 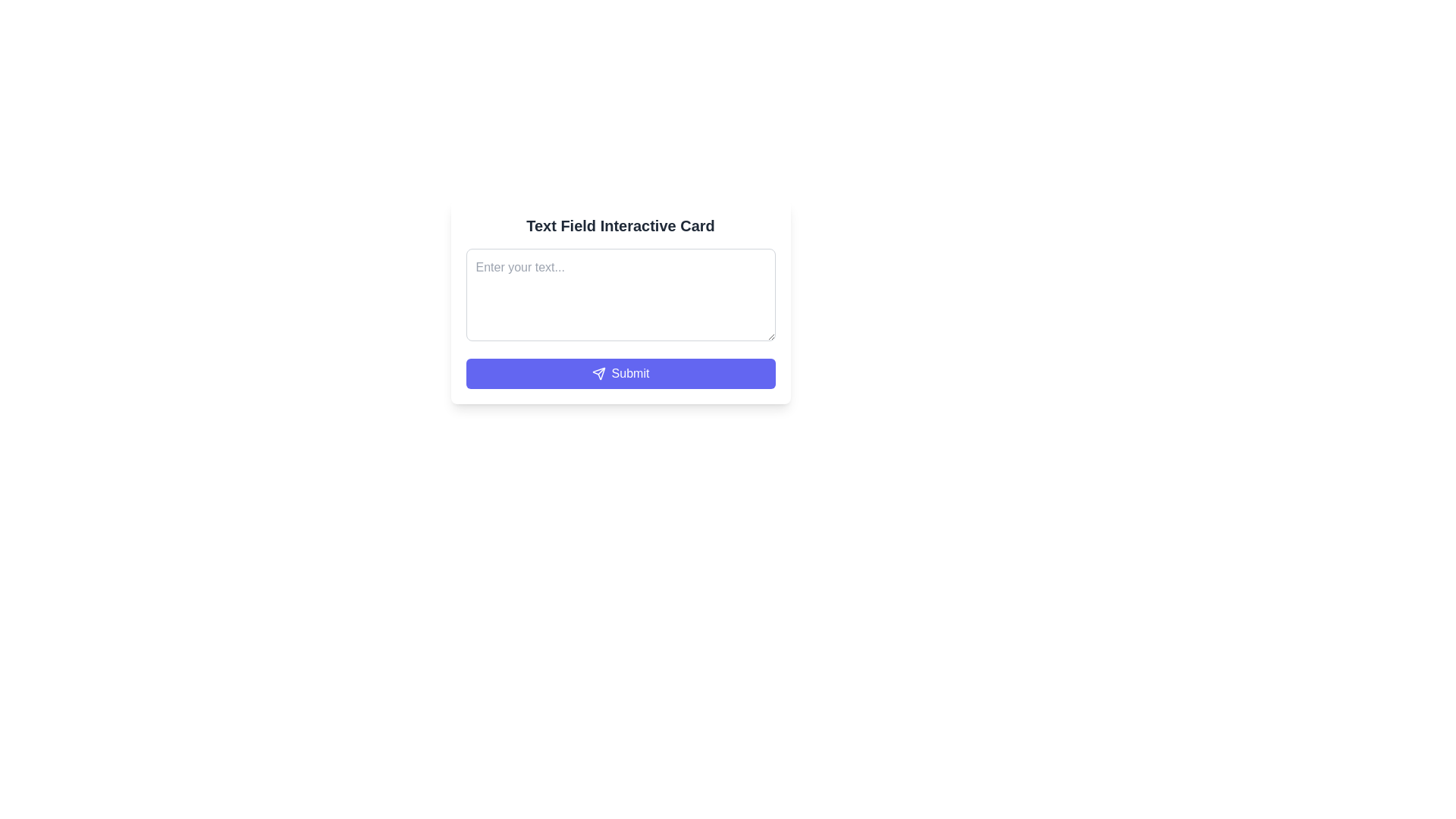 What do you see at coordinates (630, 374) in the screenshot?
I see `the 'Submit' button label, which is displayed in white text on a blue background, located at the bottom of the form, visually associated with an icon to the left` at bounding box center [630, 374].